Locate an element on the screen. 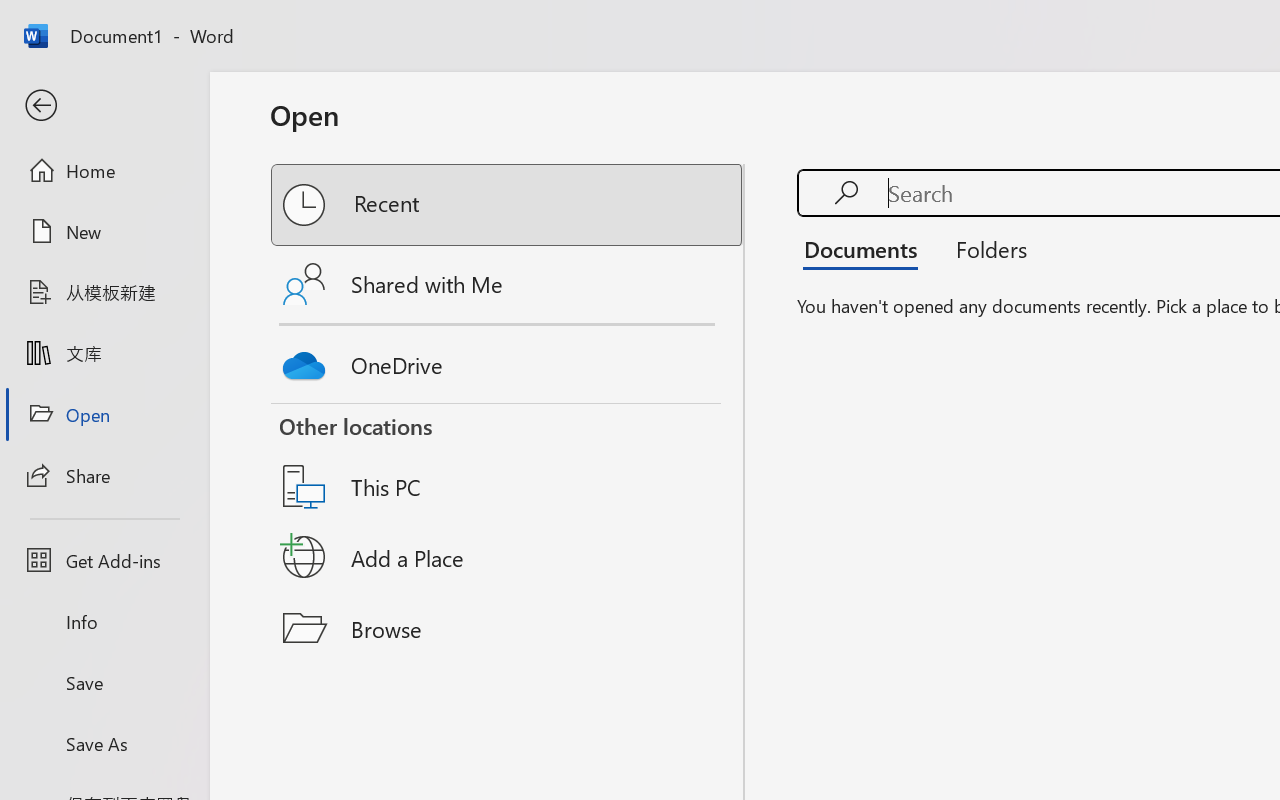 Image resolution: width=1280 pixels, height=800 pixels. 'Get Add-ins' is located at coordinates (103, 560).